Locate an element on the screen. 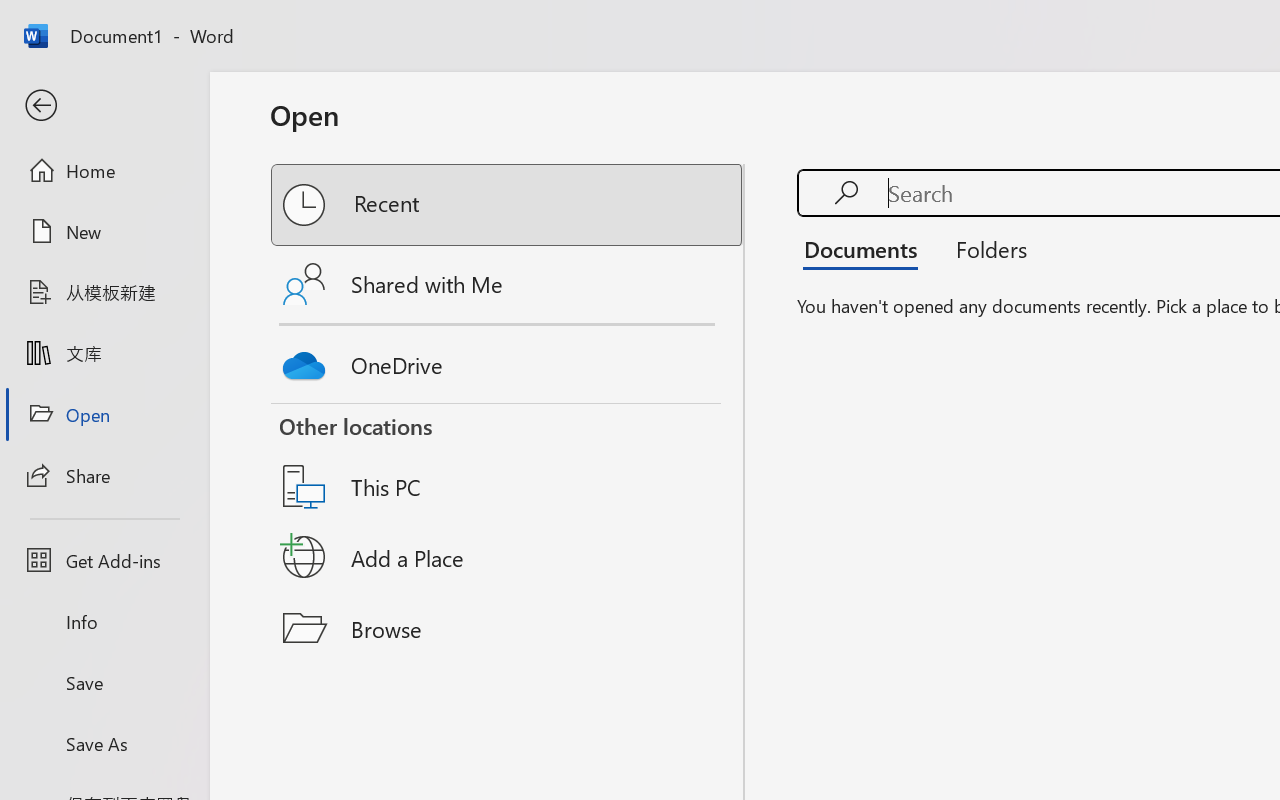 Image resolution: width=1280 pixels, height=800 pixels. 'Get Add-ins' is located at coordinates (103, 560).